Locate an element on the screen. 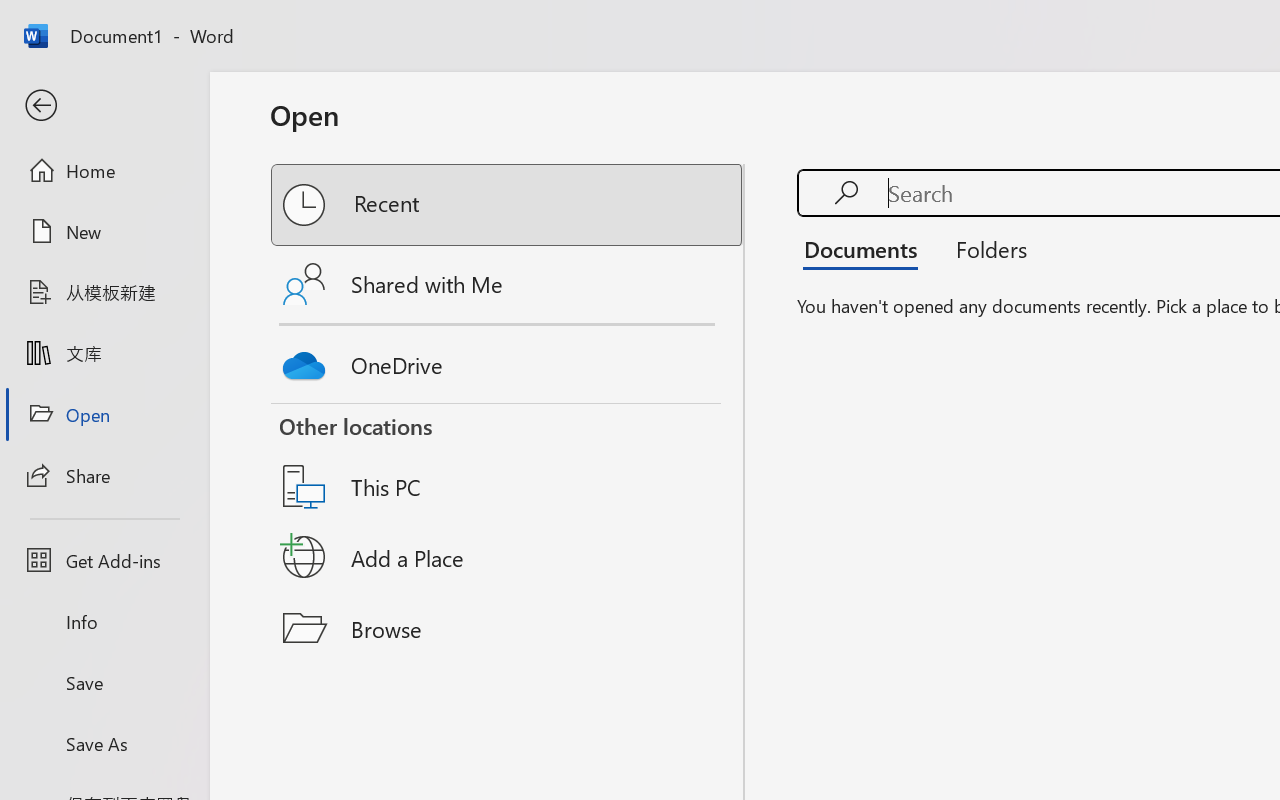 Image resolution: width=1280 pixels, height=800 pixels. 'Get Add-ins' is located at coordinates (103, 560).